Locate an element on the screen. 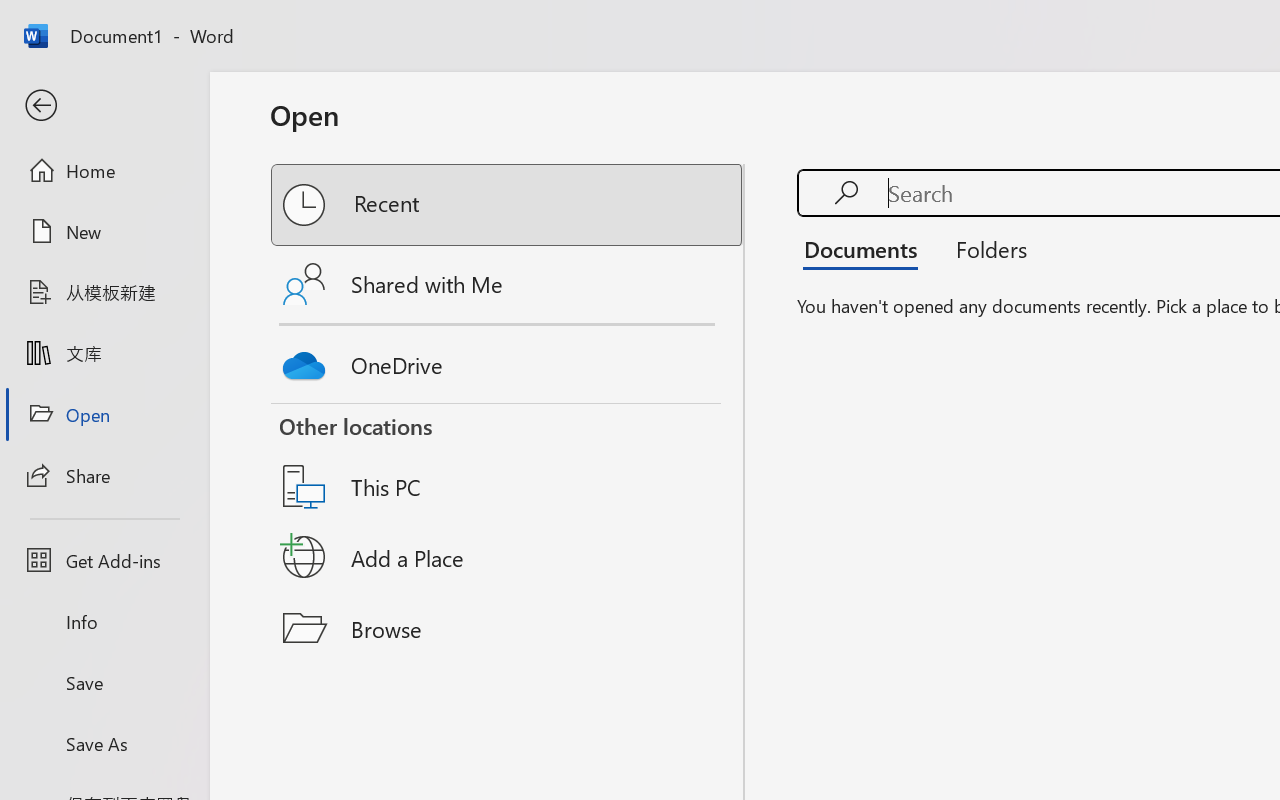 Image resolution: width=1280 pixels, height=800 pixels. 'Get Add-ins' is located at coordinates (103, 560).